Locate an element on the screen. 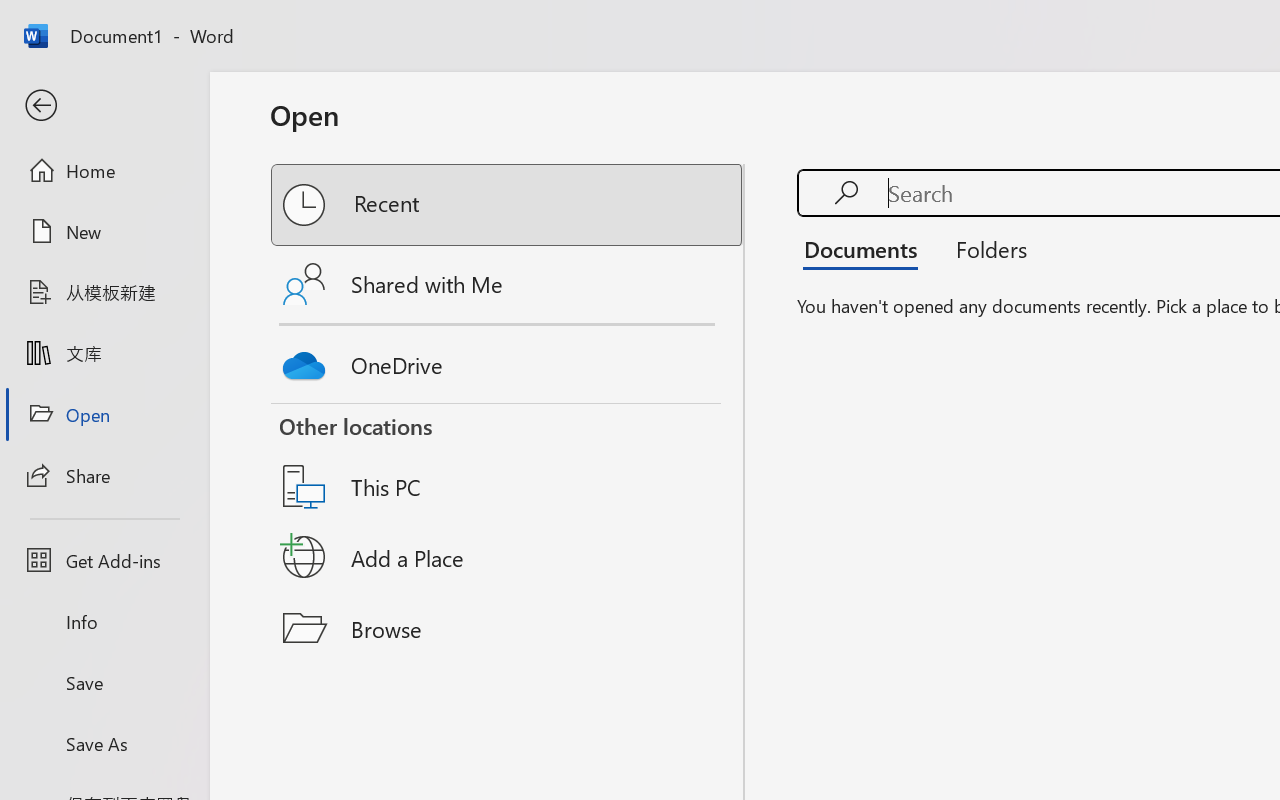 Image resolution: width=1280 pixels, height=800 pixels. 'Get Add-ins' is located at coordinates (103, 560).